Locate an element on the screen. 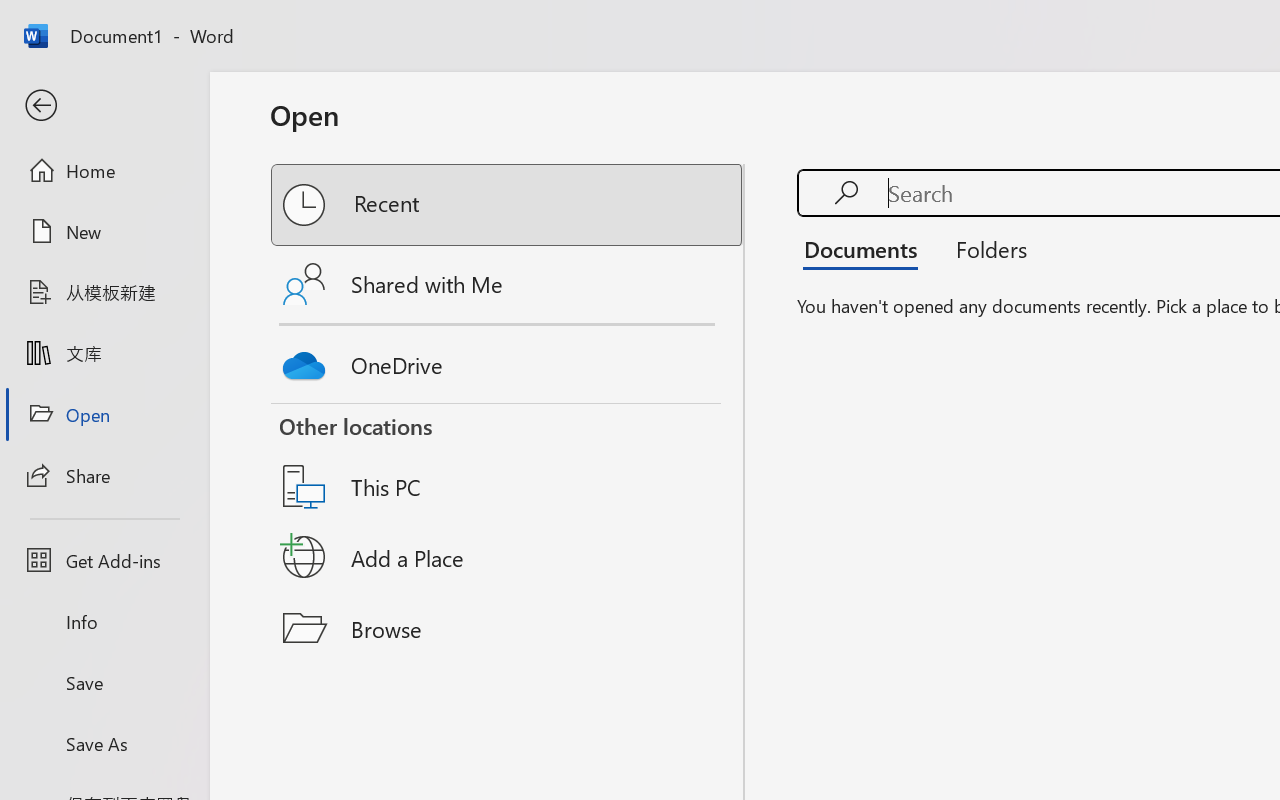 Image resolution: width=1280 pixels, height=800 pixels. 'Get Add-ins' is located at coordinates (103, 560).